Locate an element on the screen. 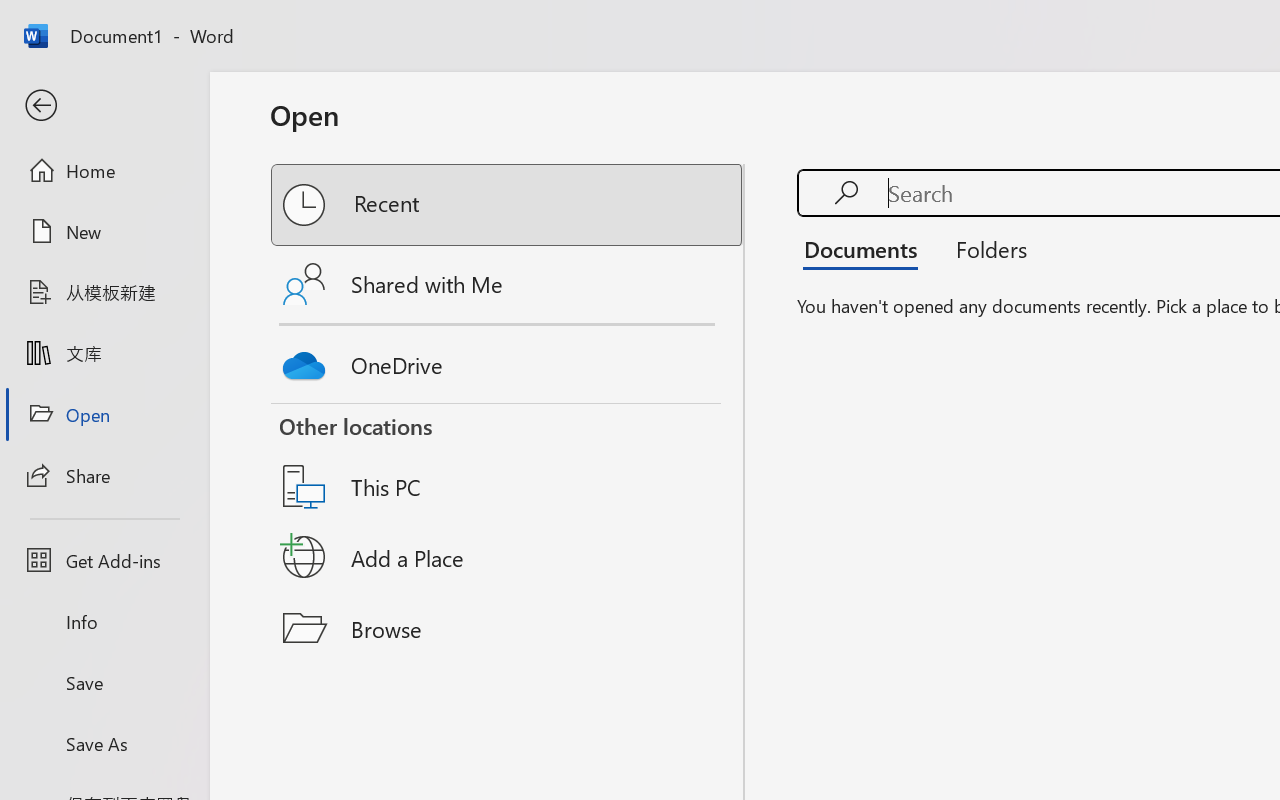 Image resolution: width=1280 pixels, height=800 pixels. 'Get Add-ins' is located at coordinates (103, 560).